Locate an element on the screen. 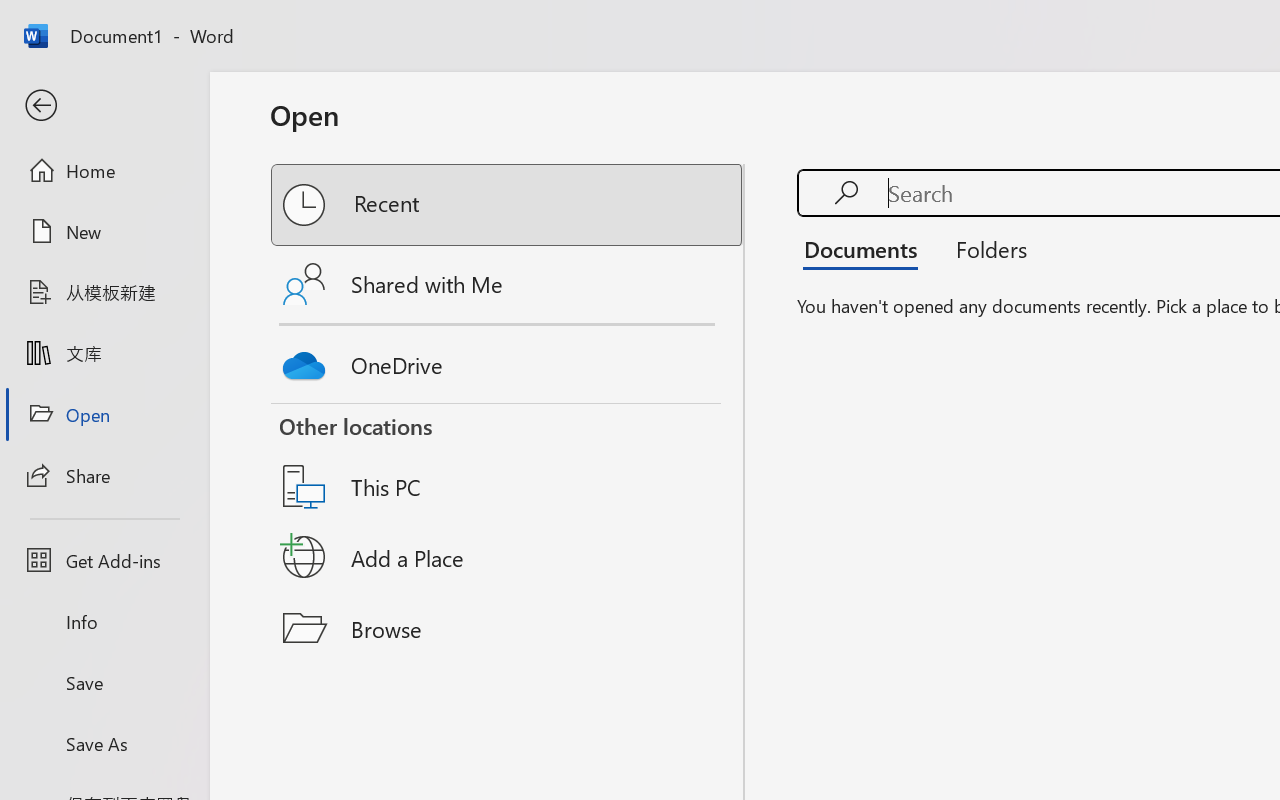 Image resolution: width=1280 pixels, height=800 pixels. 'Get Add-ins' is located at coordinates (103, 560).